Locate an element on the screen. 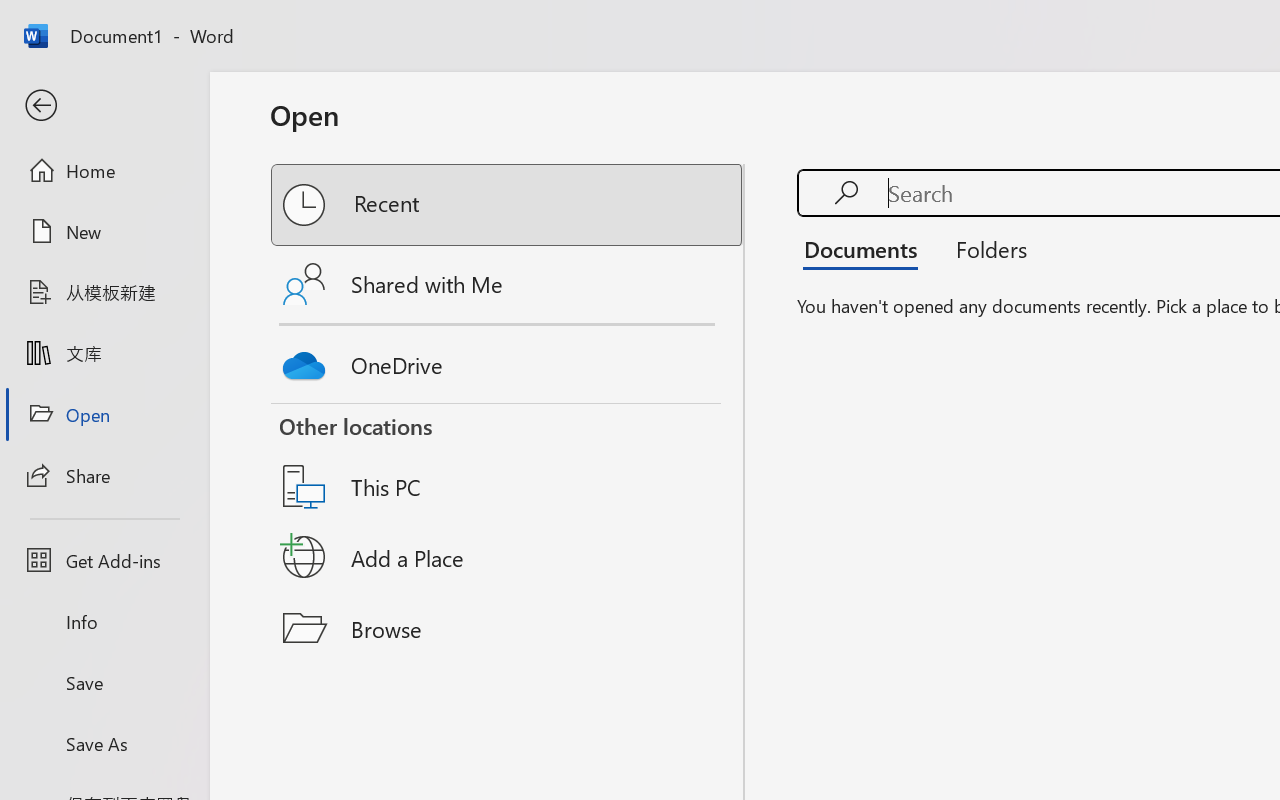 Image resolution: width=1280 pixels, height=800 pixels. 'Get Add-ins' is located at coordinates (103, 560).